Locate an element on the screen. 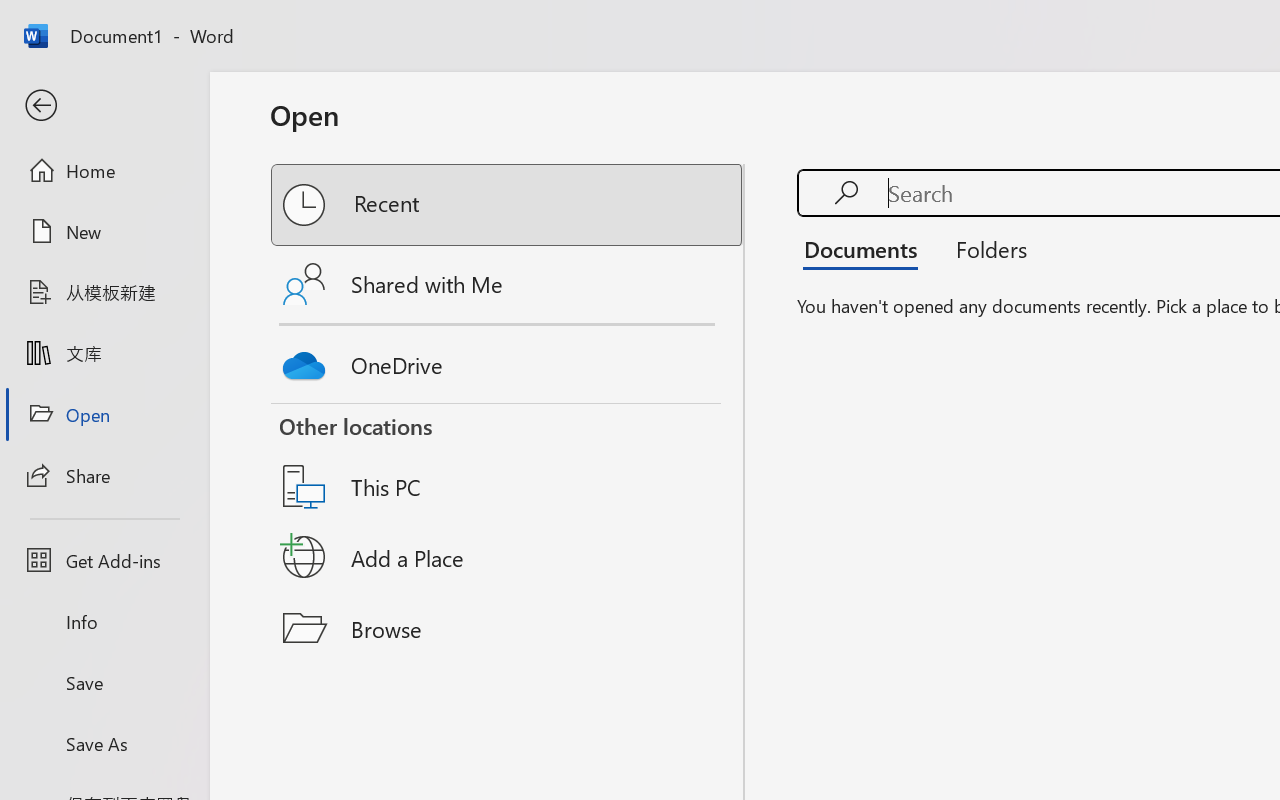 Image resolution: width=1280 pixels, height=800 pixels. 'Get Add-ins' is located at coordinates (103, 560).